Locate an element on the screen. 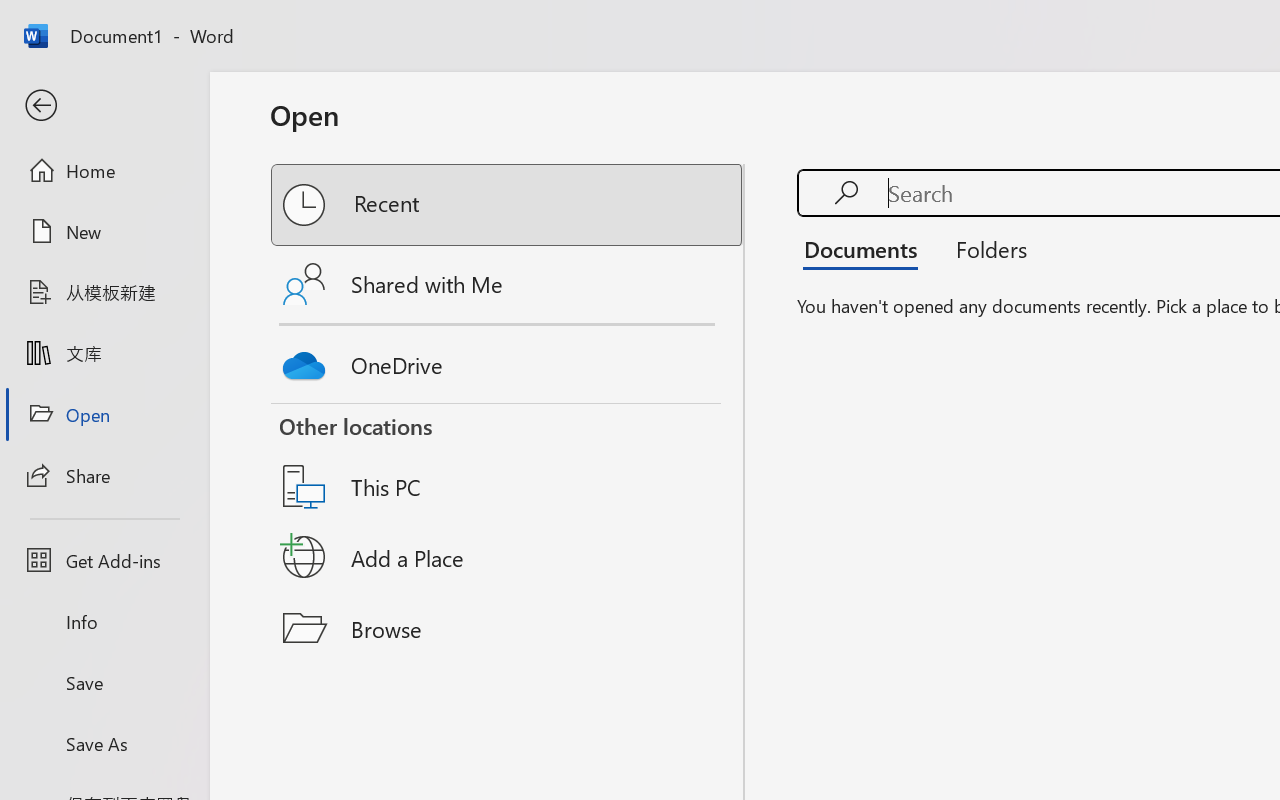 Image resolution: width=1280 pixels, height=800 pixels. 'Get Add-ins' is located at coordinates (103, 560).